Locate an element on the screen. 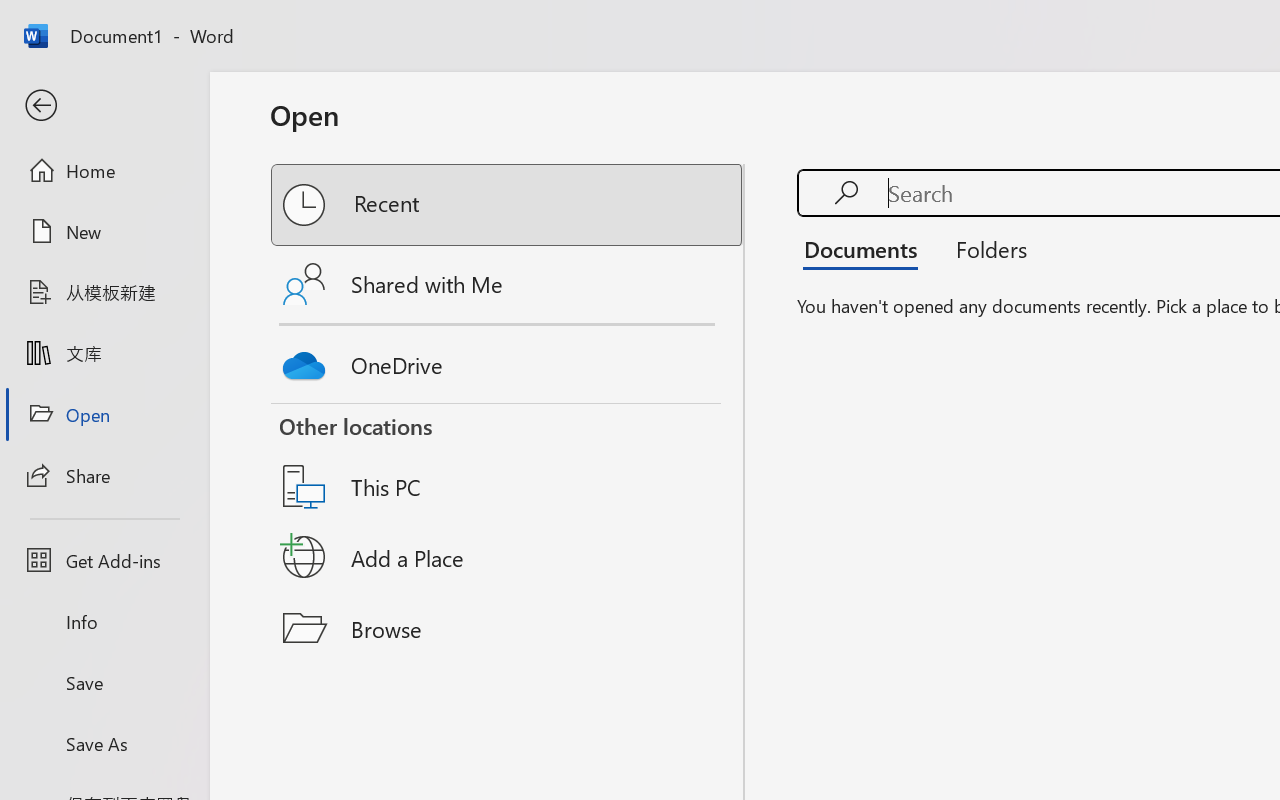 Image resolution: width=1280 pixels, height=800 pixels. 'Get Add-ins' is located at coordinates (103, 560).